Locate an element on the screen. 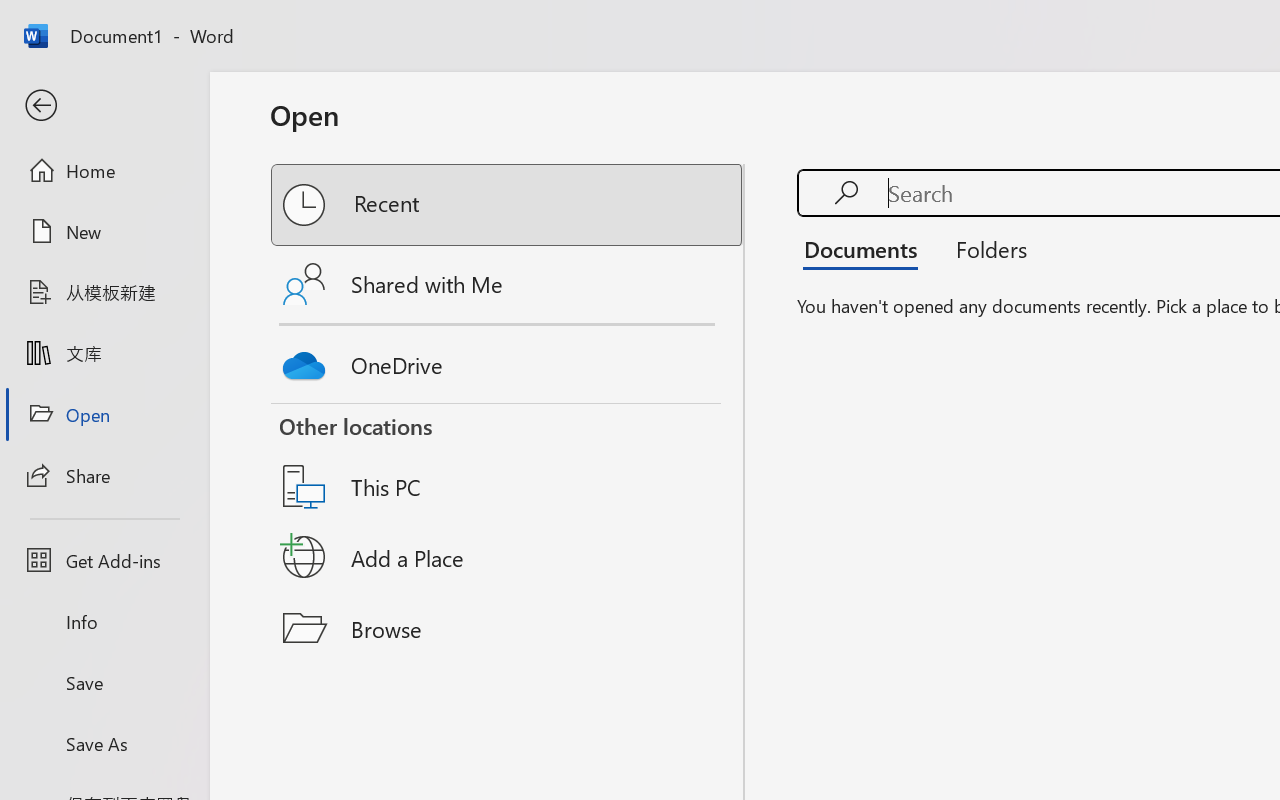 Image resolution: width=1280 pixels, height=800 pixels. 'Get Add-ins' is located at coordinates (103, 560).